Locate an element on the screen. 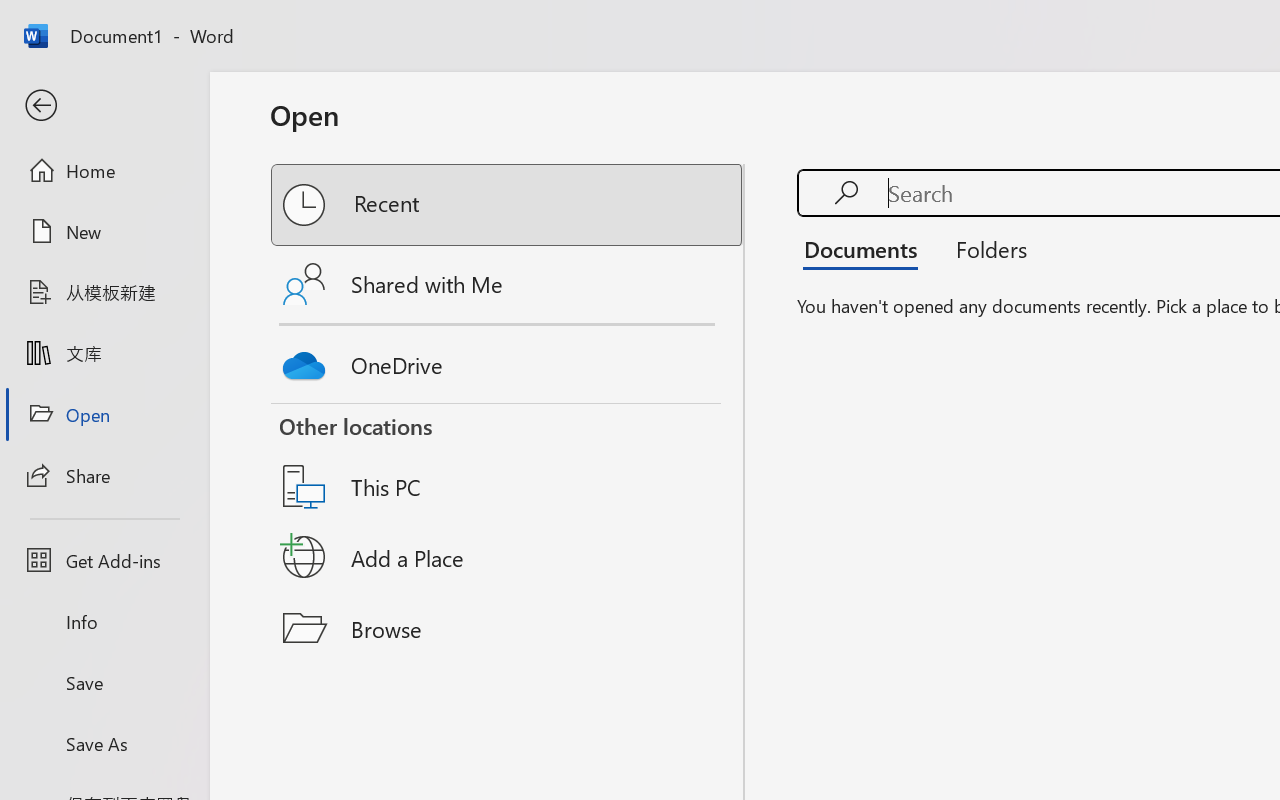 Image resolution: width=1280 pixels, height=800 pixels. 'Get Add-ins' is located at coordinates (103, 560).